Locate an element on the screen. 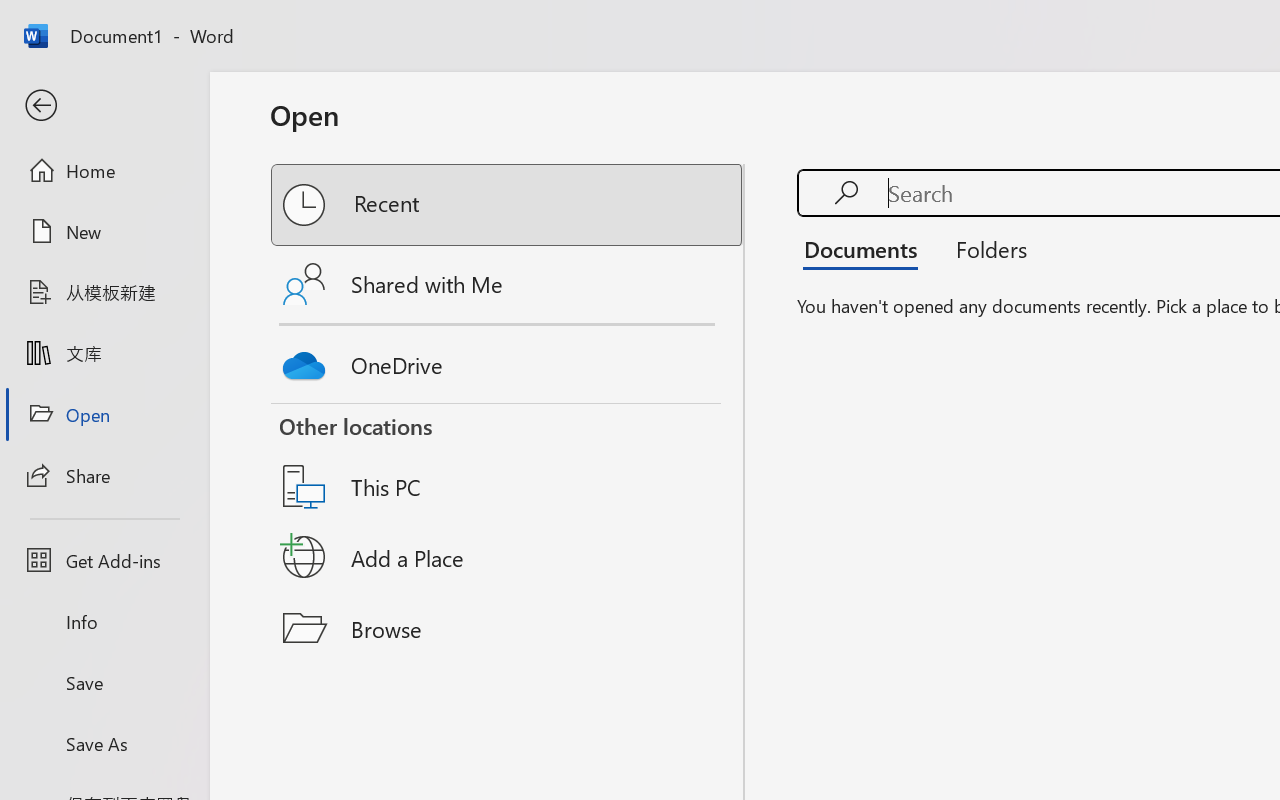 Image resolution: width=1280 pixels, height=800 pixels. 'Get Add-ins' is located at coordinates (103, 560).